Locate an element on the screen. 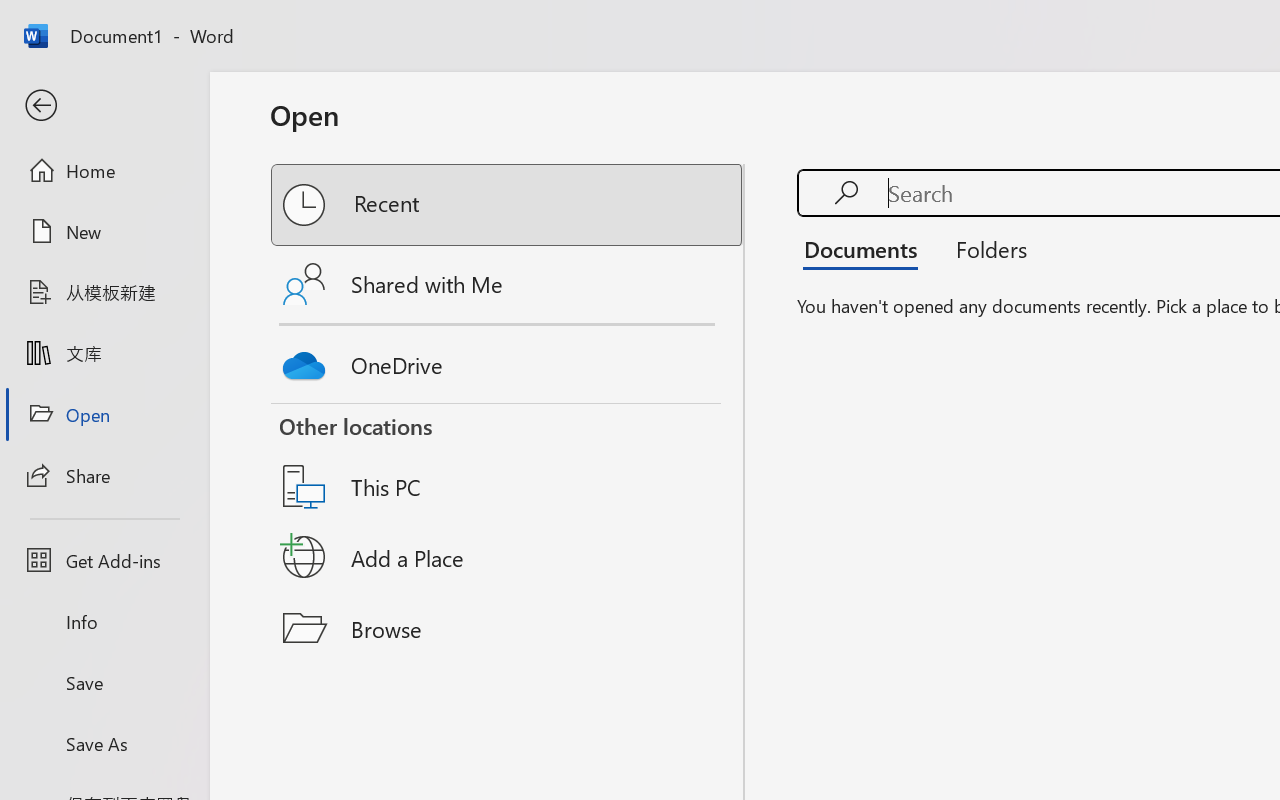 Image resolution: width=1280 pixels, height=800 pixels. 'Get Add-ins' is located at coordinates (103, 560).